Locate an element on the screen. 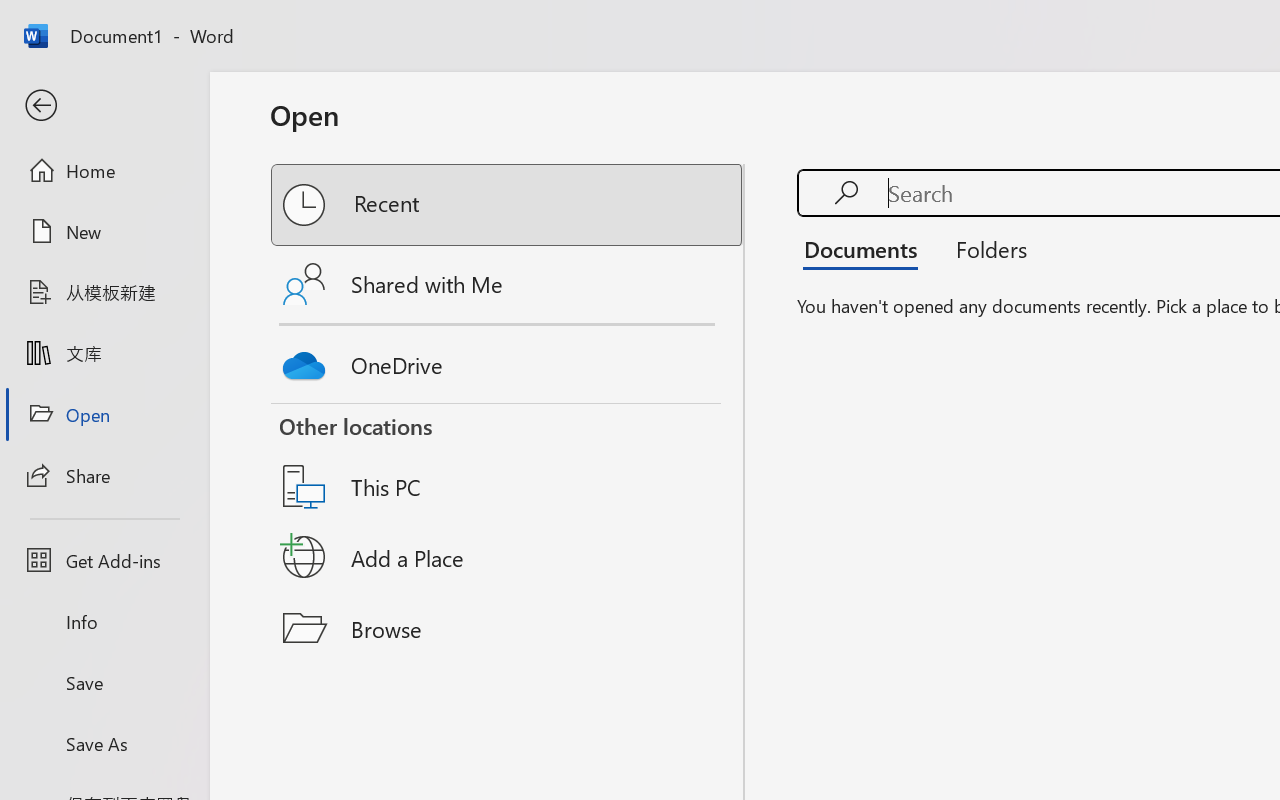 Image resolution: width=1280 pixels, height=800 pixels. 'Get Add-ins' is located at coordinates (103, 560).